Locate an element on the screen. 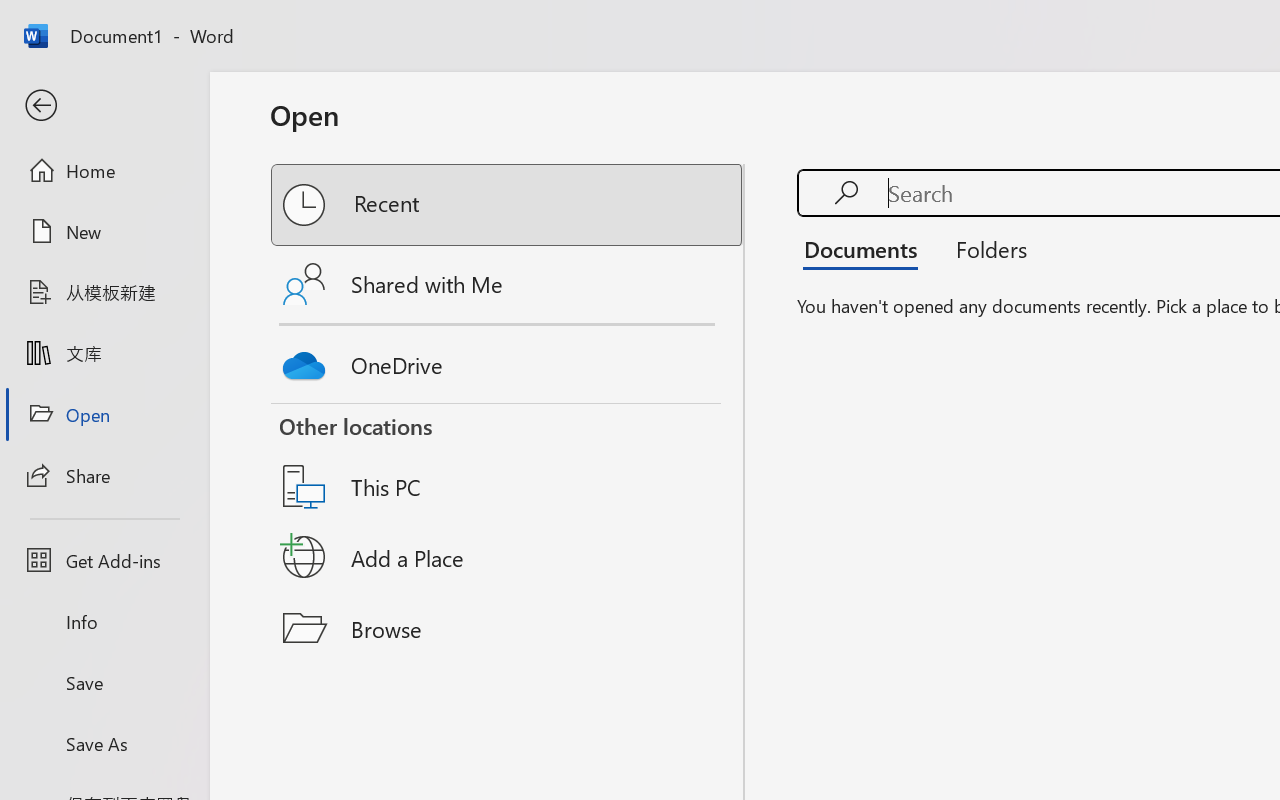 Image resolution: width=1280 pixels, height=800 pixels. 'Get Add-ins' is located at coordinates (103, 560).